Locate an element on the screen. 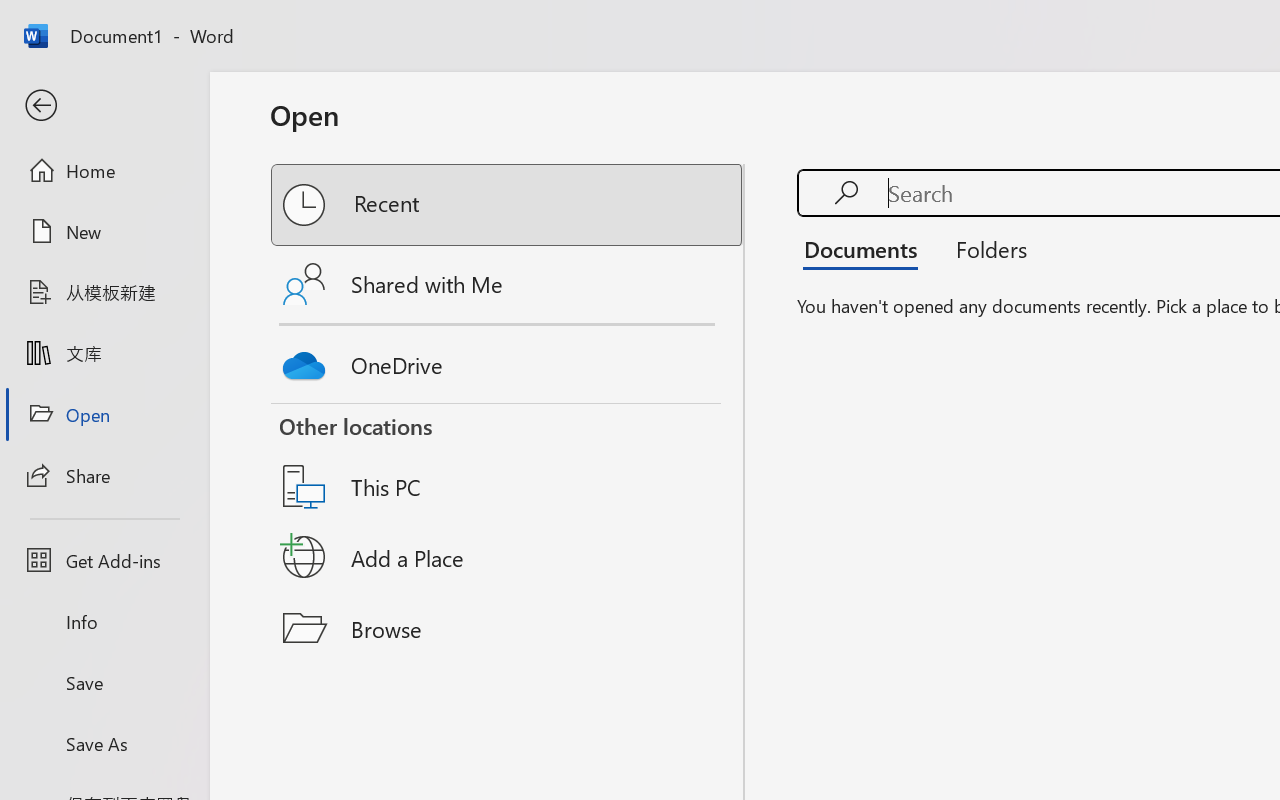 Image resolution: width=1280 pixels, height=800 pixels. 'Get Add-ins' is located at coordinates (103, 560).